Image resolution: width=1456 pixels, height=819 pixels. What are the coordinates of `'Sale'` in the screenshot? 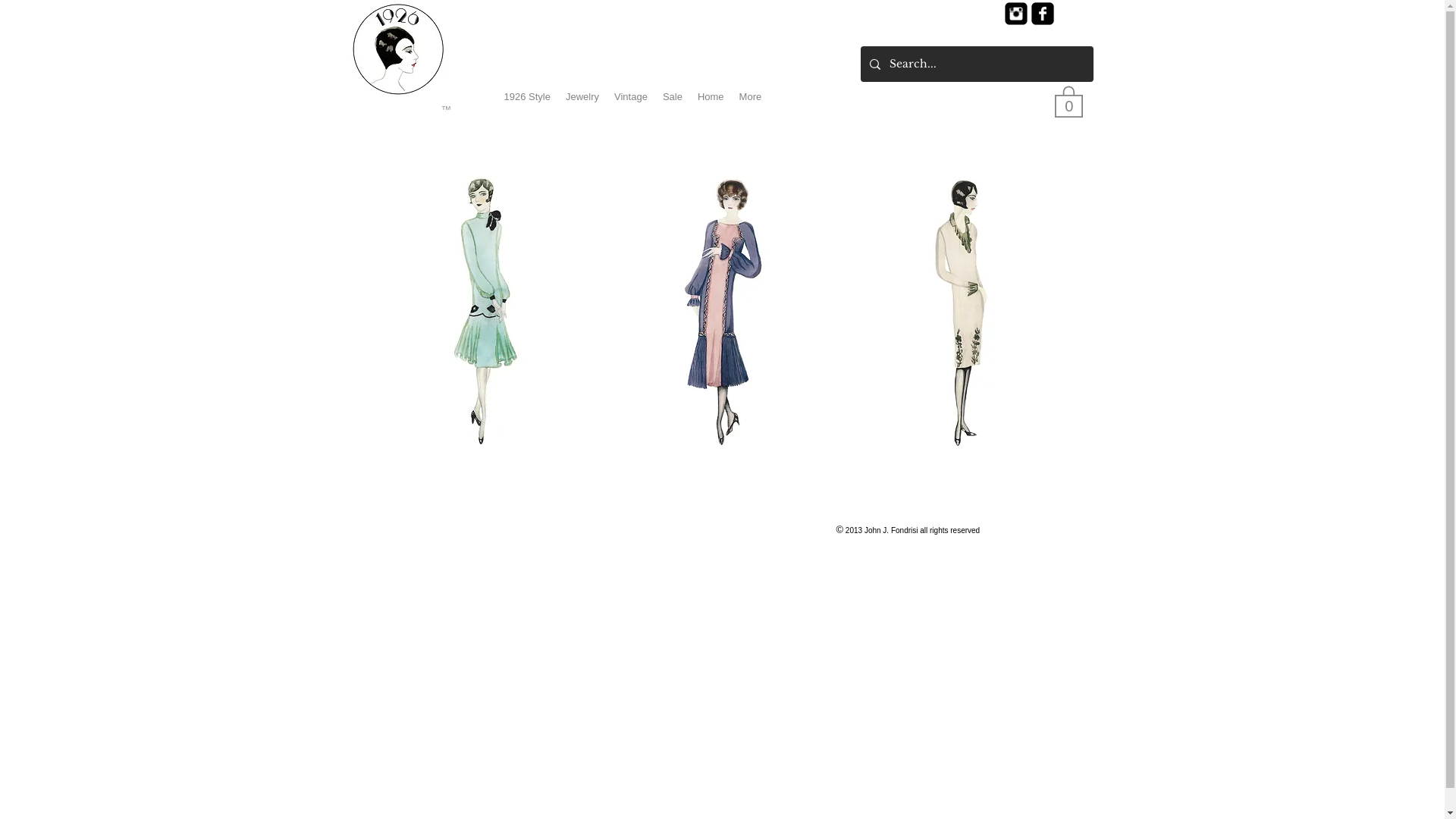 It's located at (658, 102).